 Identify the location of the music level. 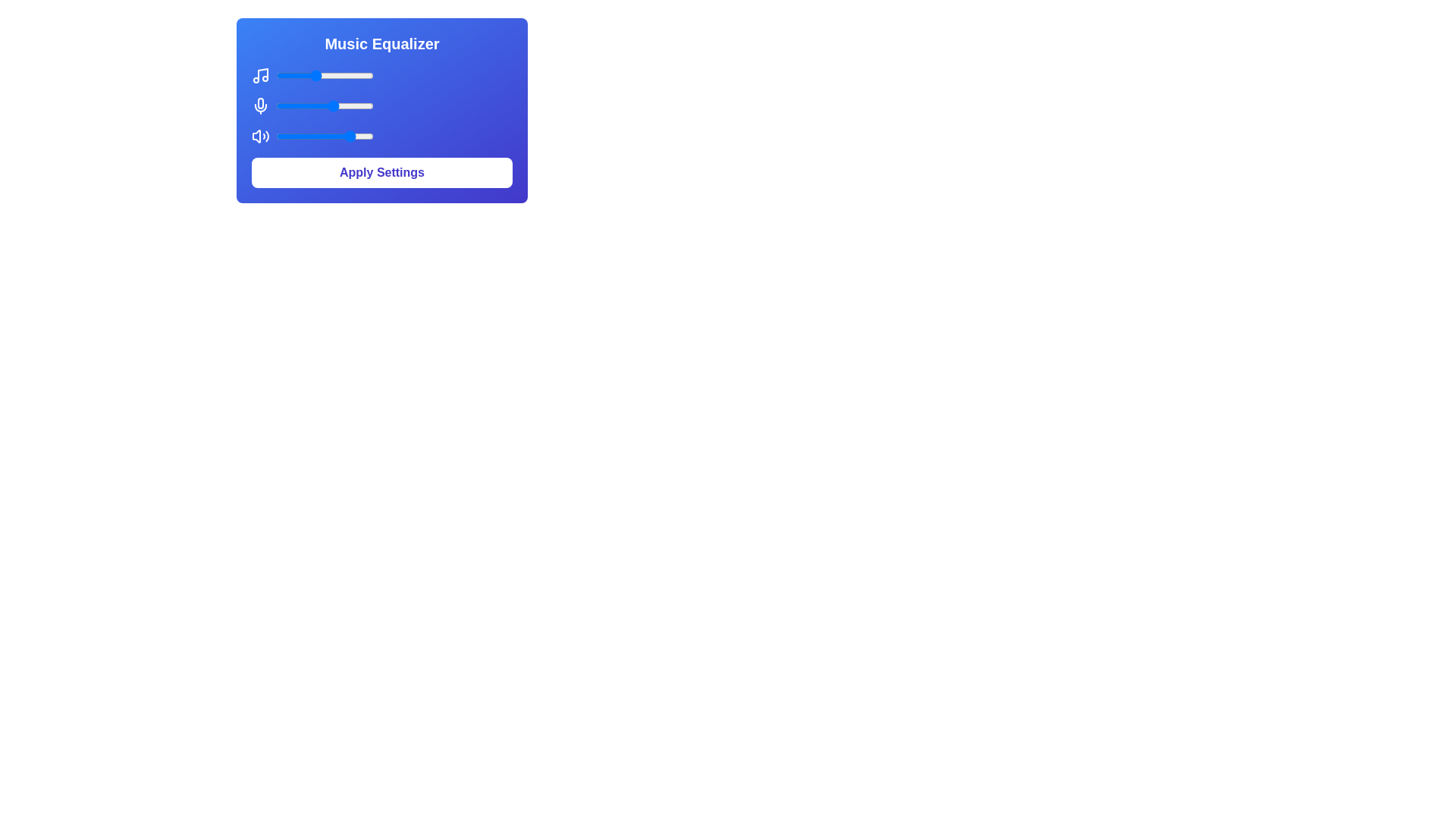
(361, 76).